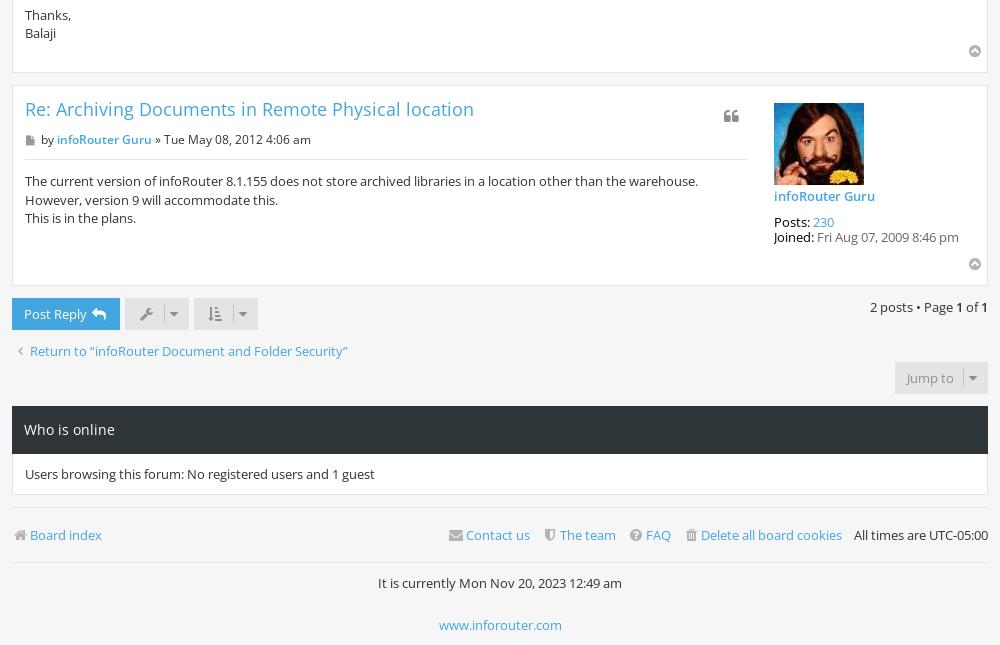 The width and height of the screenshot is (1000, 645). Describe the element at coordinates (886, 235) in the screenshot. I see `'Fri Aug 07, 2009 8:46 pm'` at that location.